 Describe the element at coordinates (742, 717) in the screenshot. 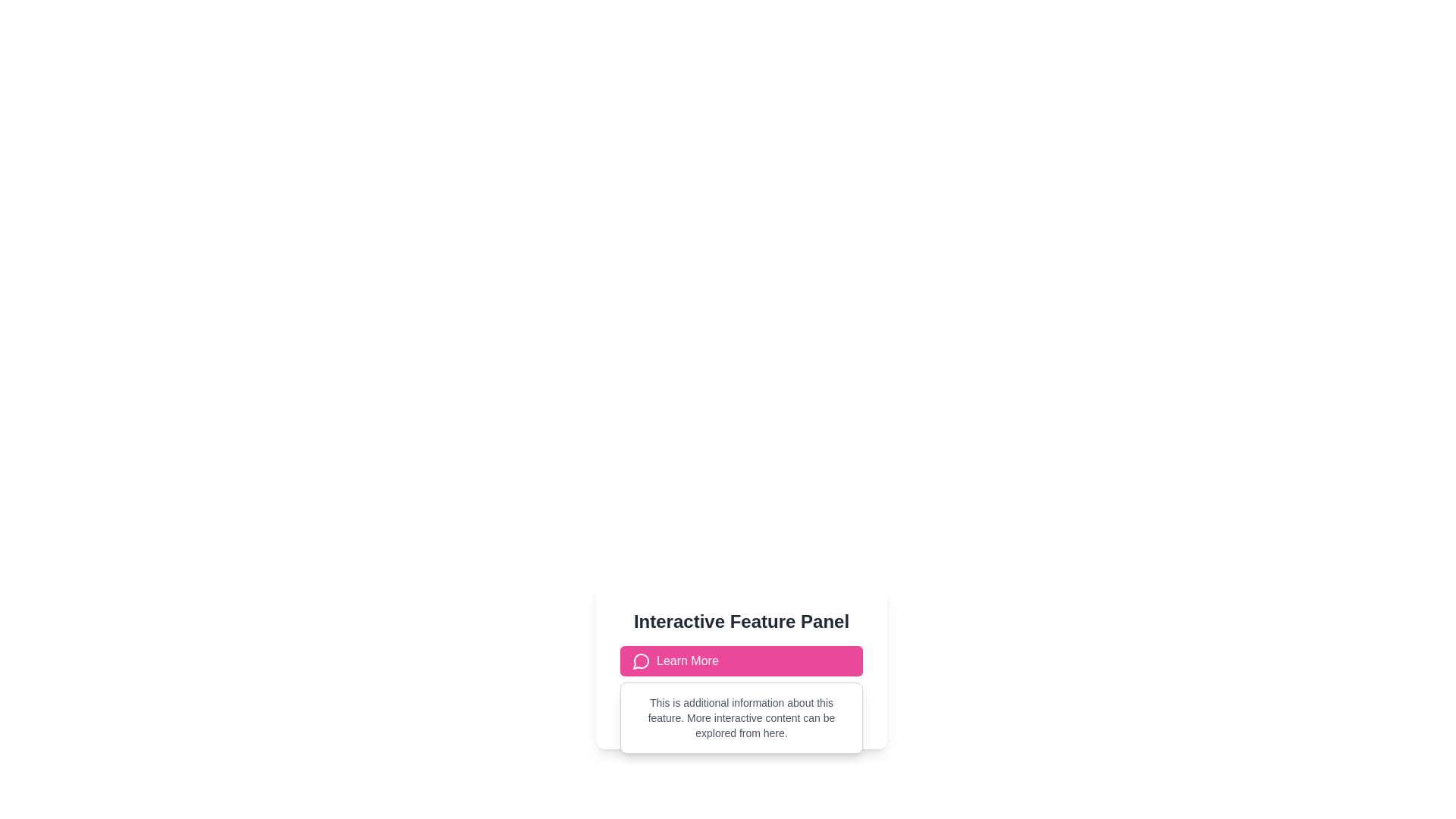

I see `information contained within the informational text box located directly beneath the 'Learn More' button, which provides additional textual information related to the main feature` at that location.